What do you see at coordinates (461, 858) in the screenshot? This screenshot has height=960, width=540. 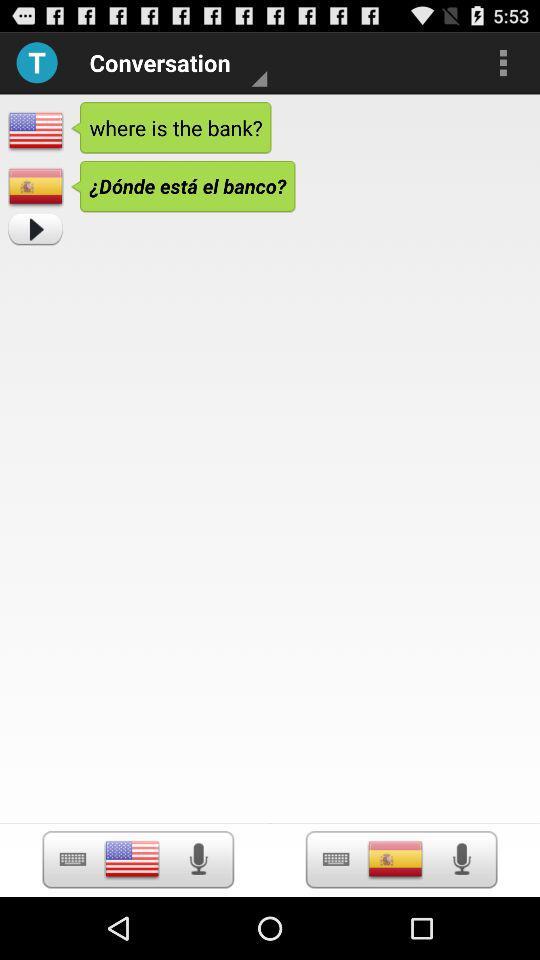 I see `open microphone options` at bounding box center [461, 858].